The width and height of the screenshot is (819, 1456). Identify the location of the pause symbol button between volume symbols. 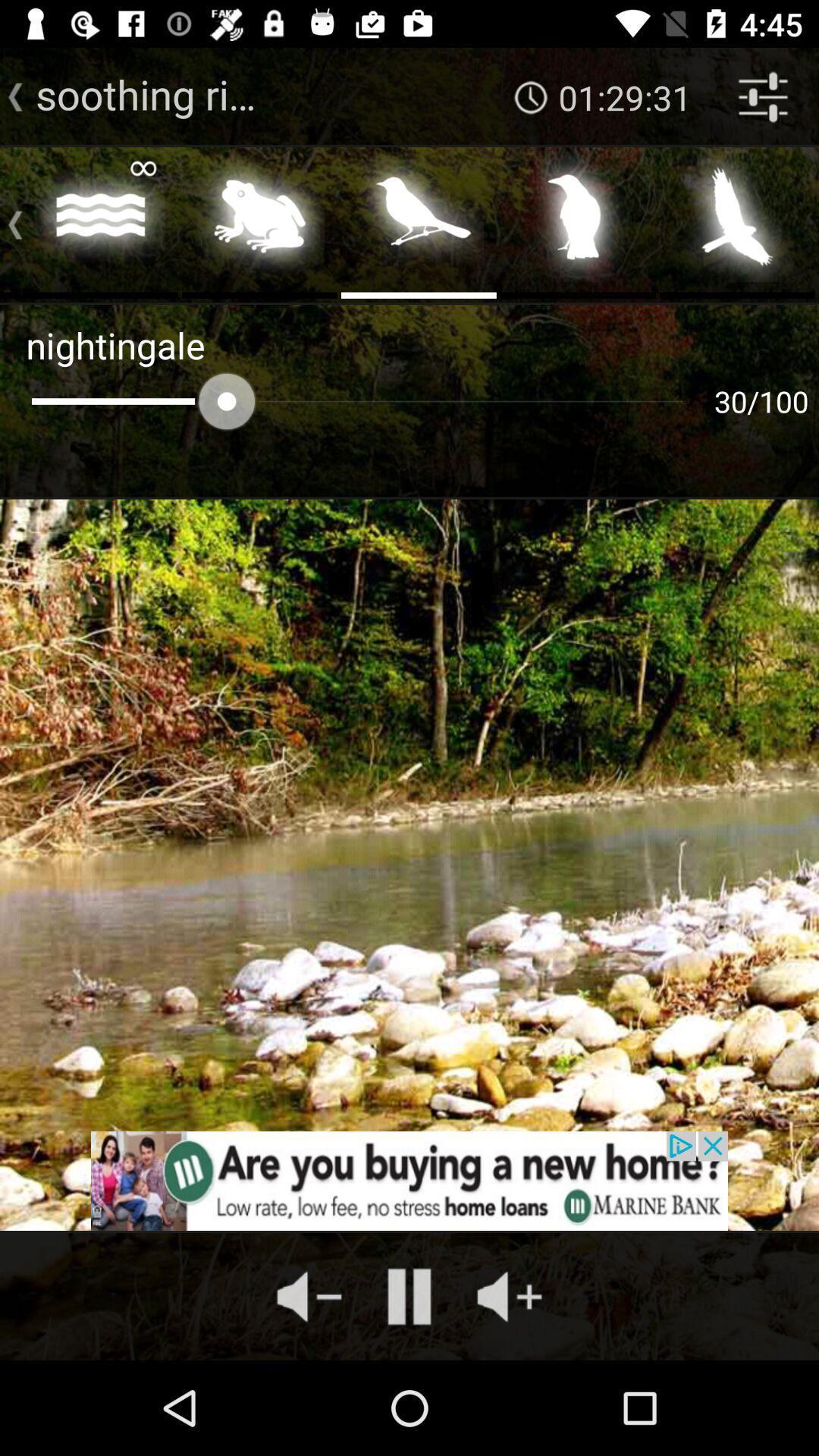
(409, 1296).